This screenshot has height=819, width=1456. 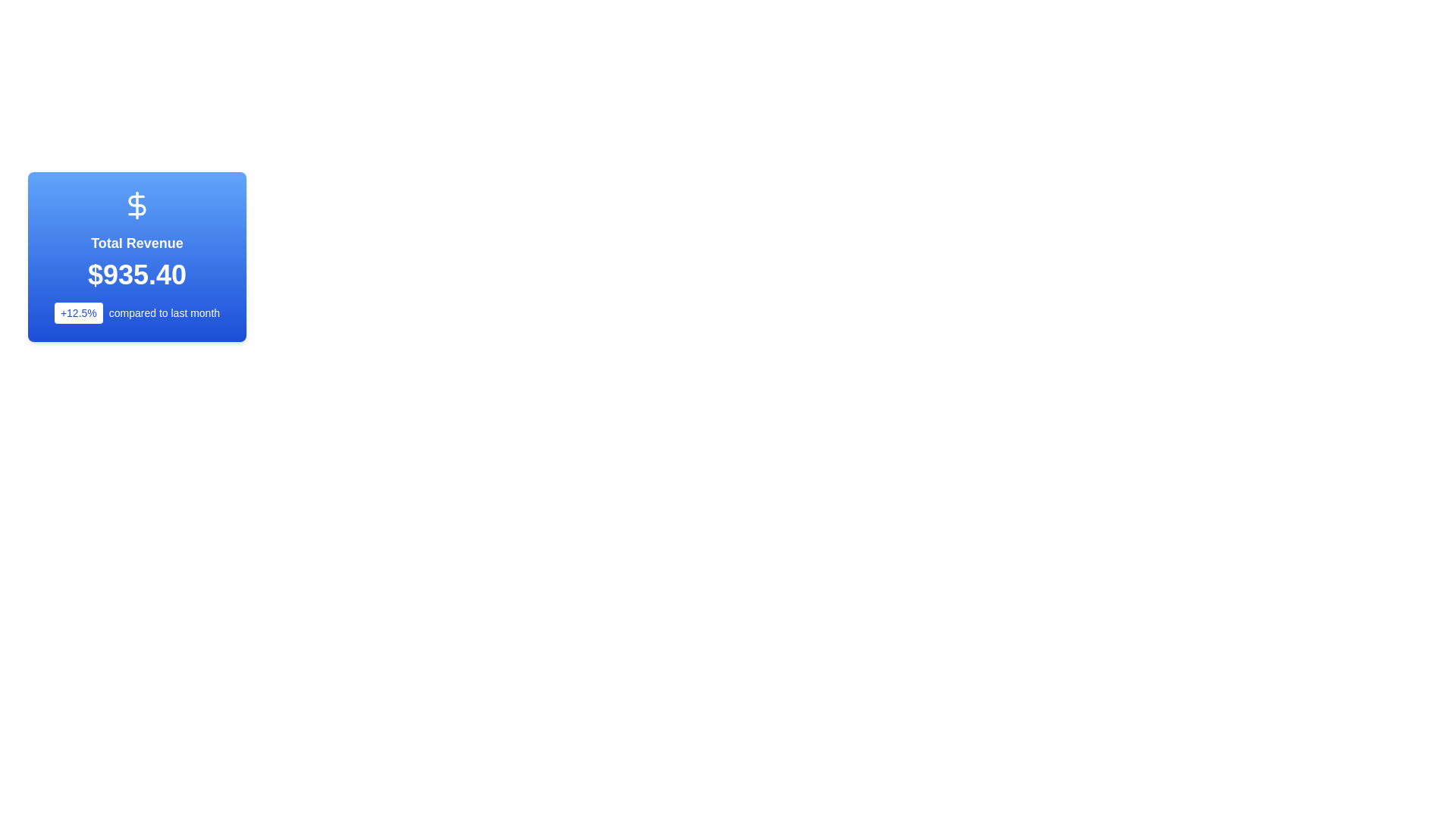 What do you see at coordinates (137, 312) in the screenshot?
I see `the textual display component showing the percentage '+12.5%' next to the phrase 'compared to last month' within the blue card at the bottom section of the card containing 'Total Revenue $935.40'` at bounding box center [137, 312].